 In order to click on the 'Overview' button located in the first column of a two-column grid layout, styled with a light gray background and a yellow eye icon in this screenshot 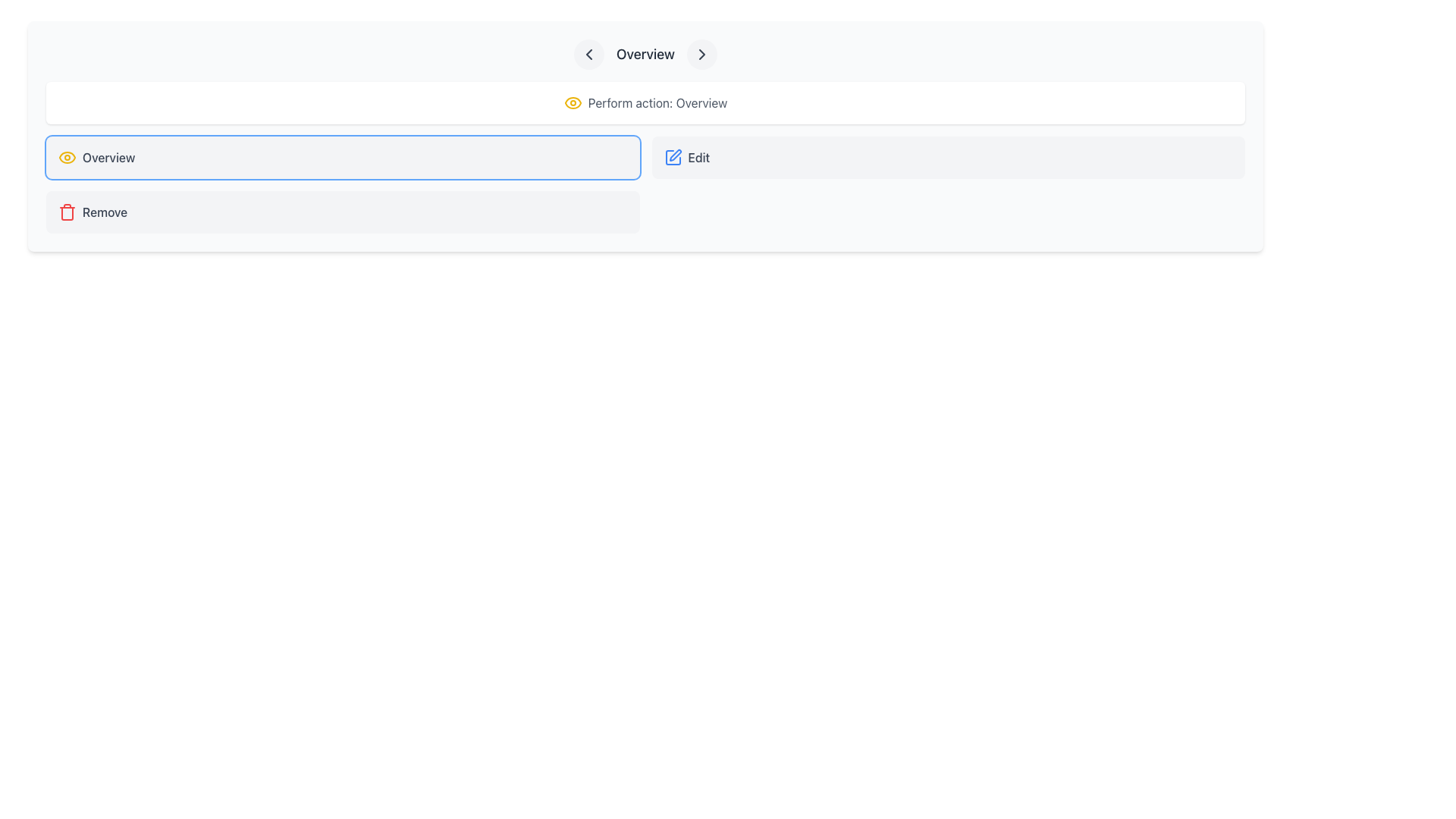, I will do `click(342, 158)`.